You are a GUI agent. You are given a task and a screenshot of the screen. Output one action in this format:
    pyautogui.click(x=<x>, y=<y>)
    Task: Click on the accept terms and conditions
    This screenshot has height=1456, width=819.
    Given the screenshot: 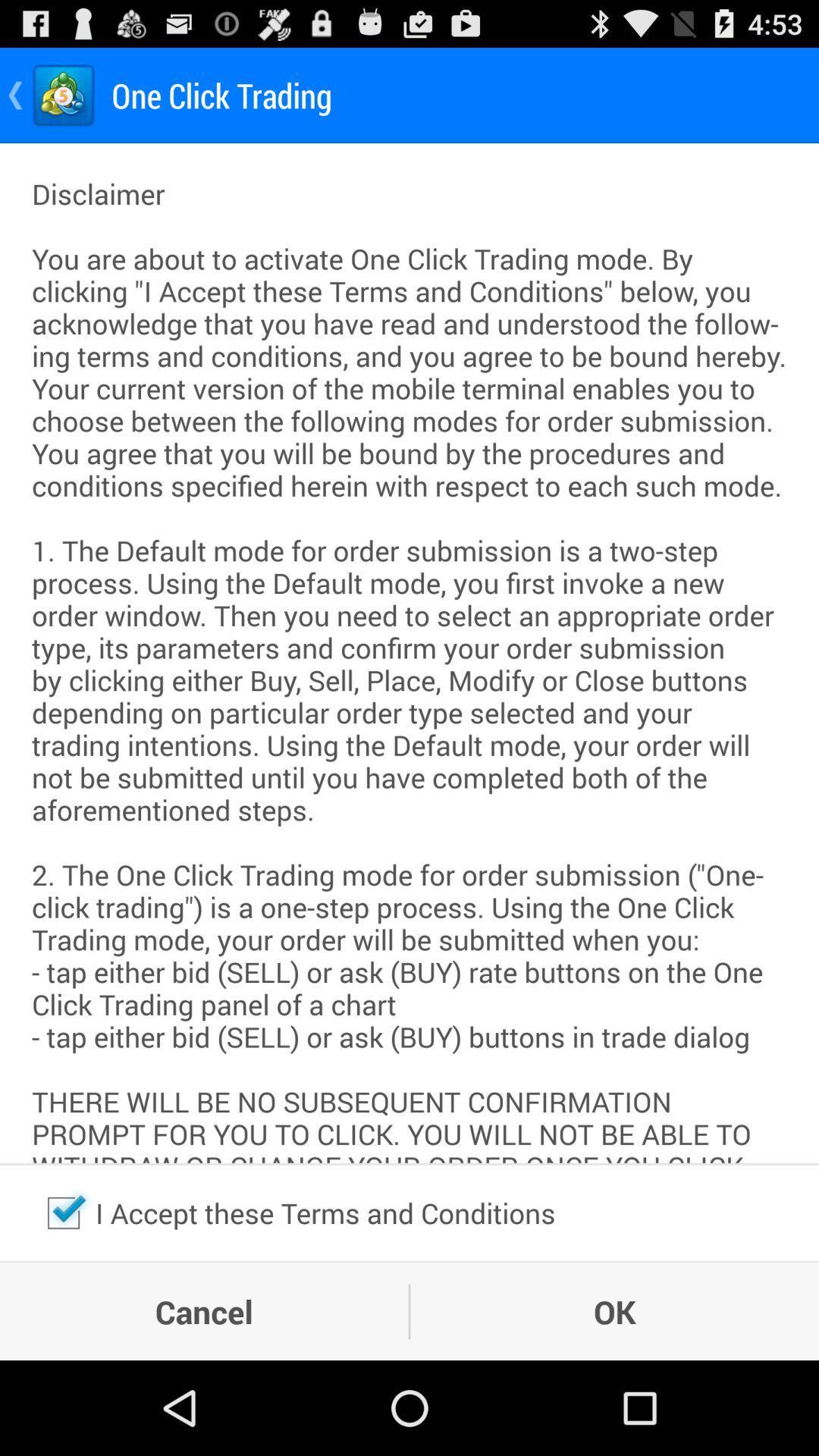 What is the action you would take?
    pyautogui.click(x=63, y=1212)
    